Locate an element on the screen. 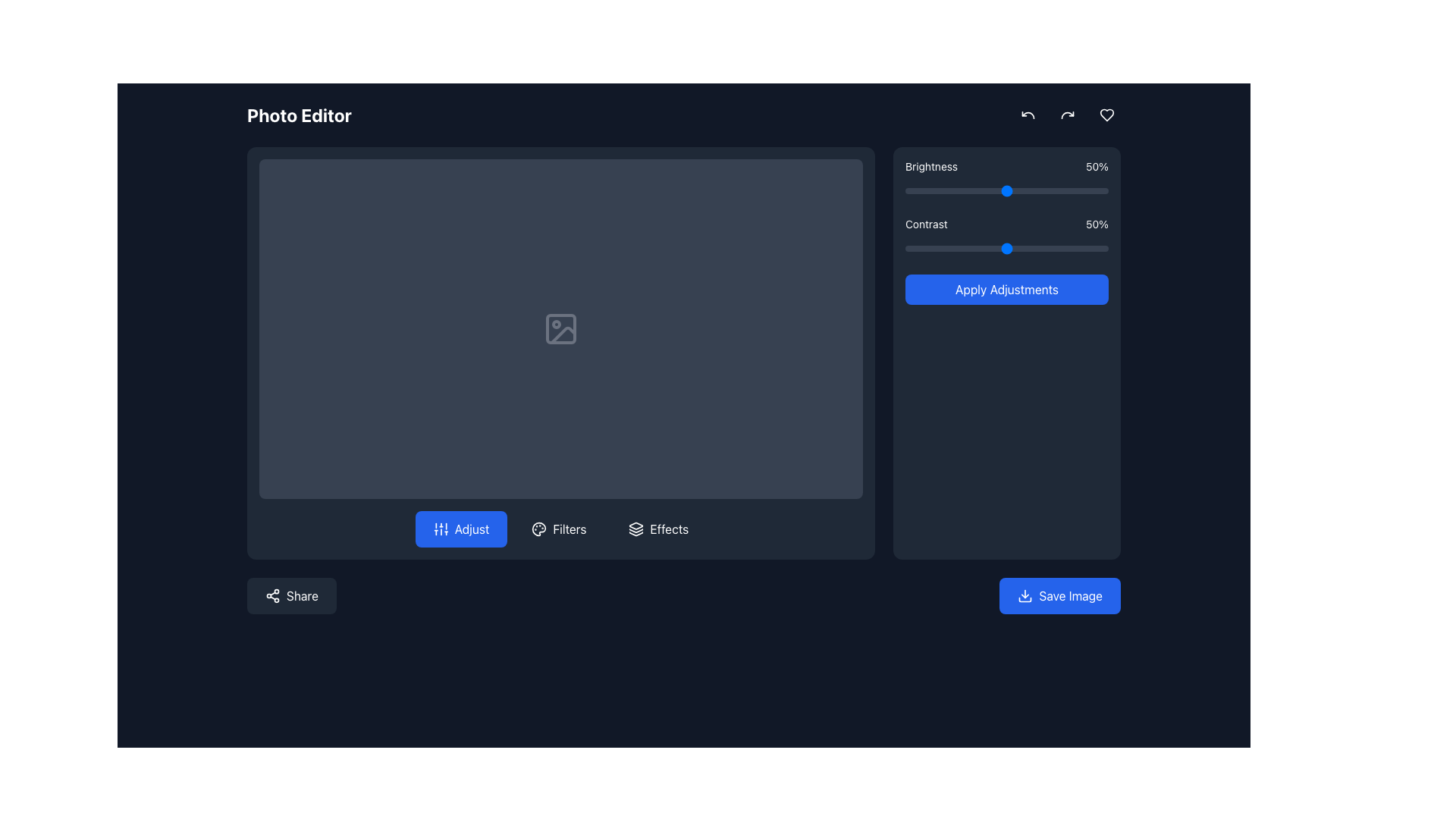 The height and width of the screenshot is (819, 1456). the 'Adjust' text label within the blue background button to trigger the hover effect is located at coordinates (471, 528).